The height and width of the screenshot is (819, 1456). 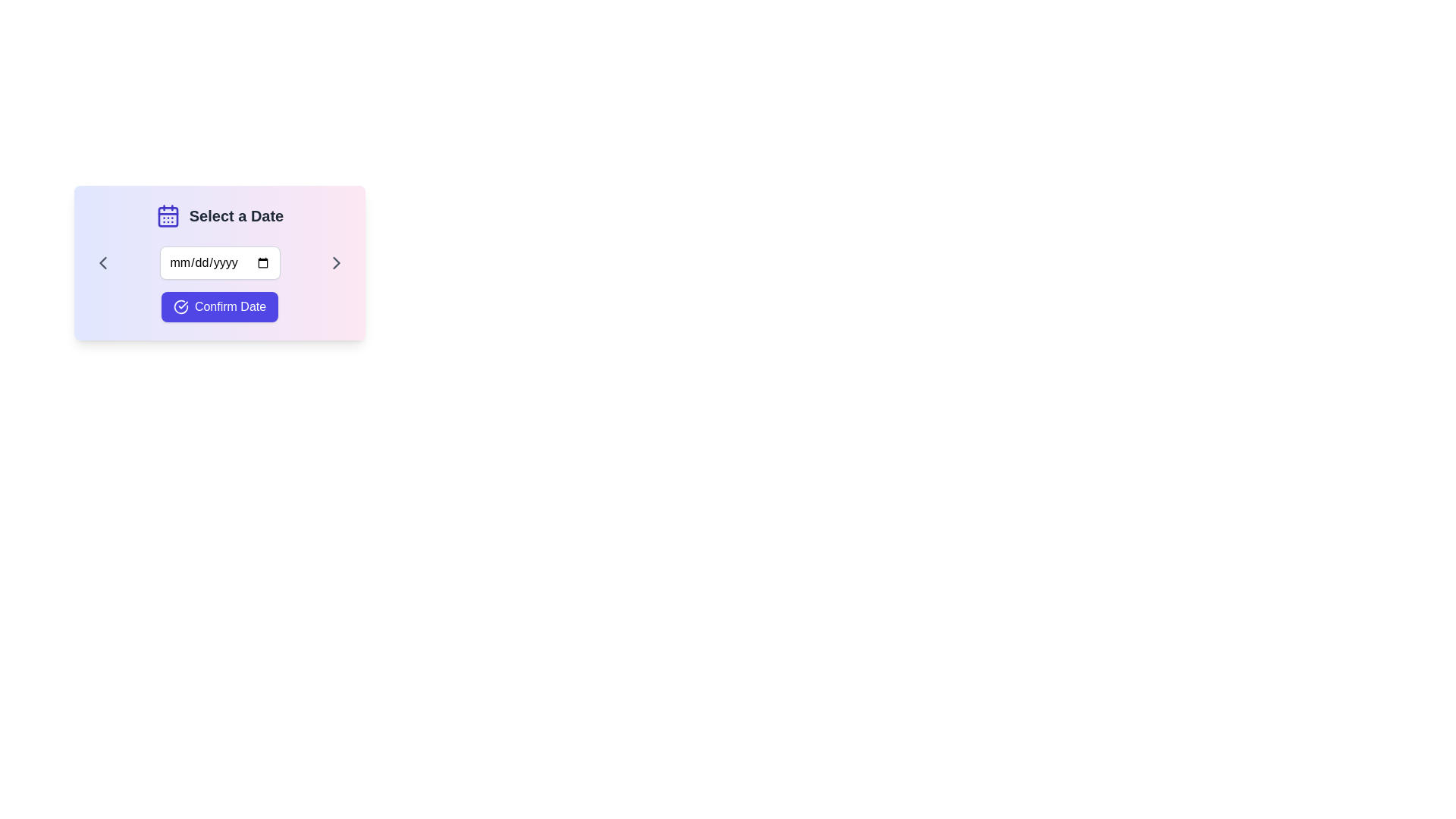 What do you see at coordinates (236, 216) in the screenshot?
I see `the static text label indicating context for date selection, which is aligned to the right of the calendar icon and positioned above the date input section` at bounding box center [236, 216].